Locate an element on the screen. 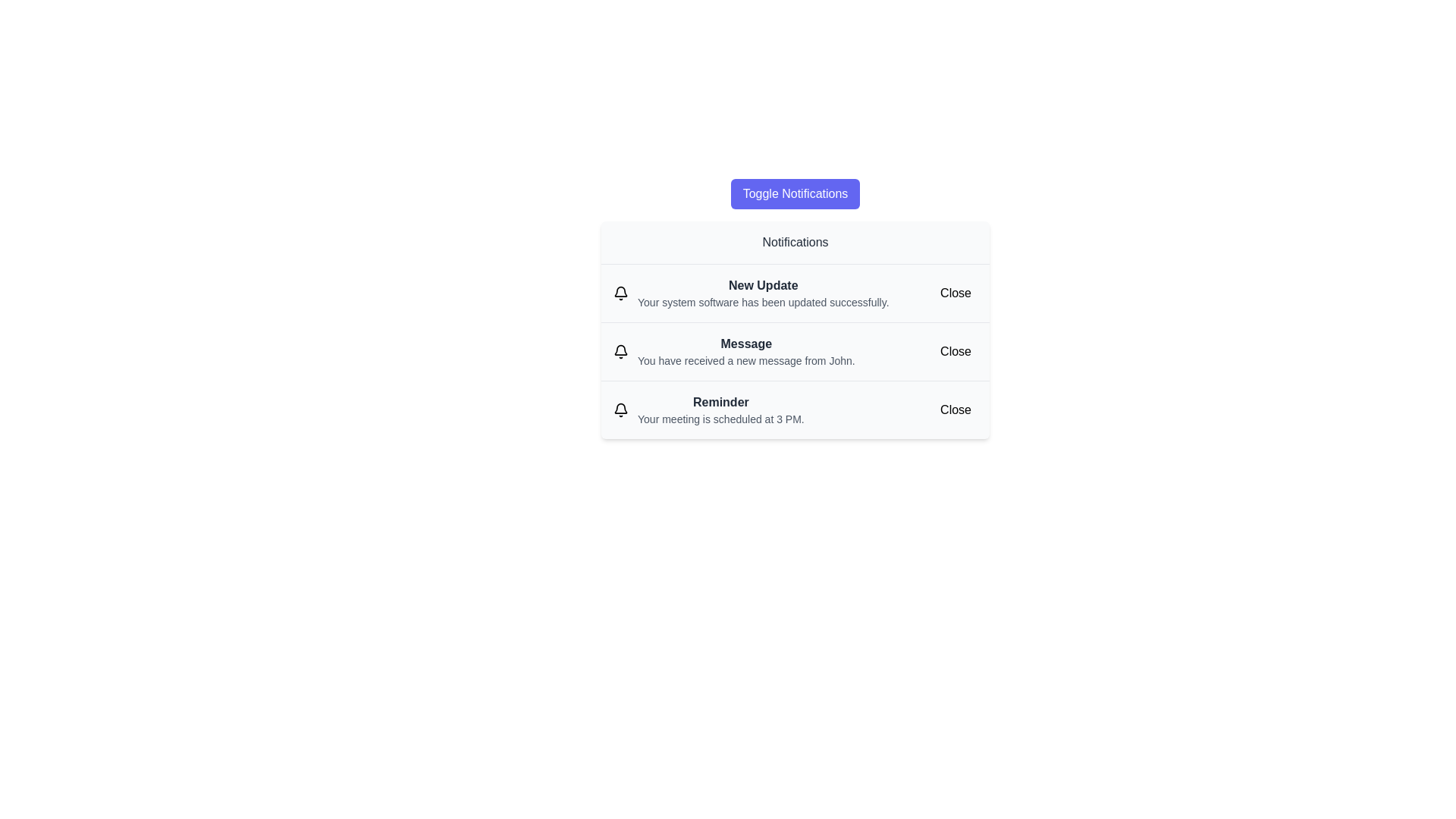  the 'New Update' text label, which is bold and dark gray, located near the top of the notification panel under the 'Toggle Notifications' button is located at coordinates (763, 286).